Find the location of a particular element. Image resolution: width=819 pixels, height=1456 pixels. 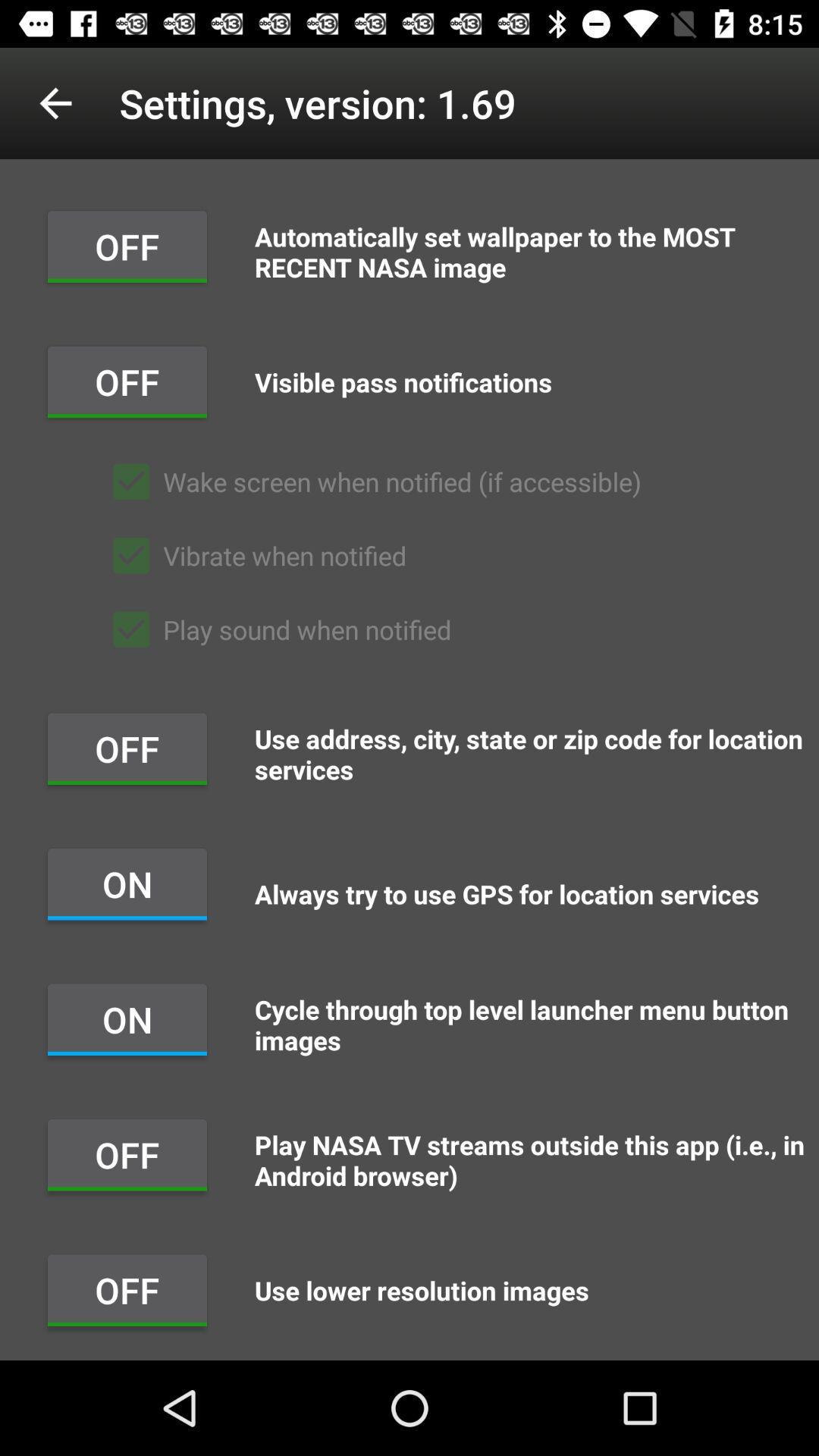

the icon next to settings version 1 is located at coordinates (55, 102).